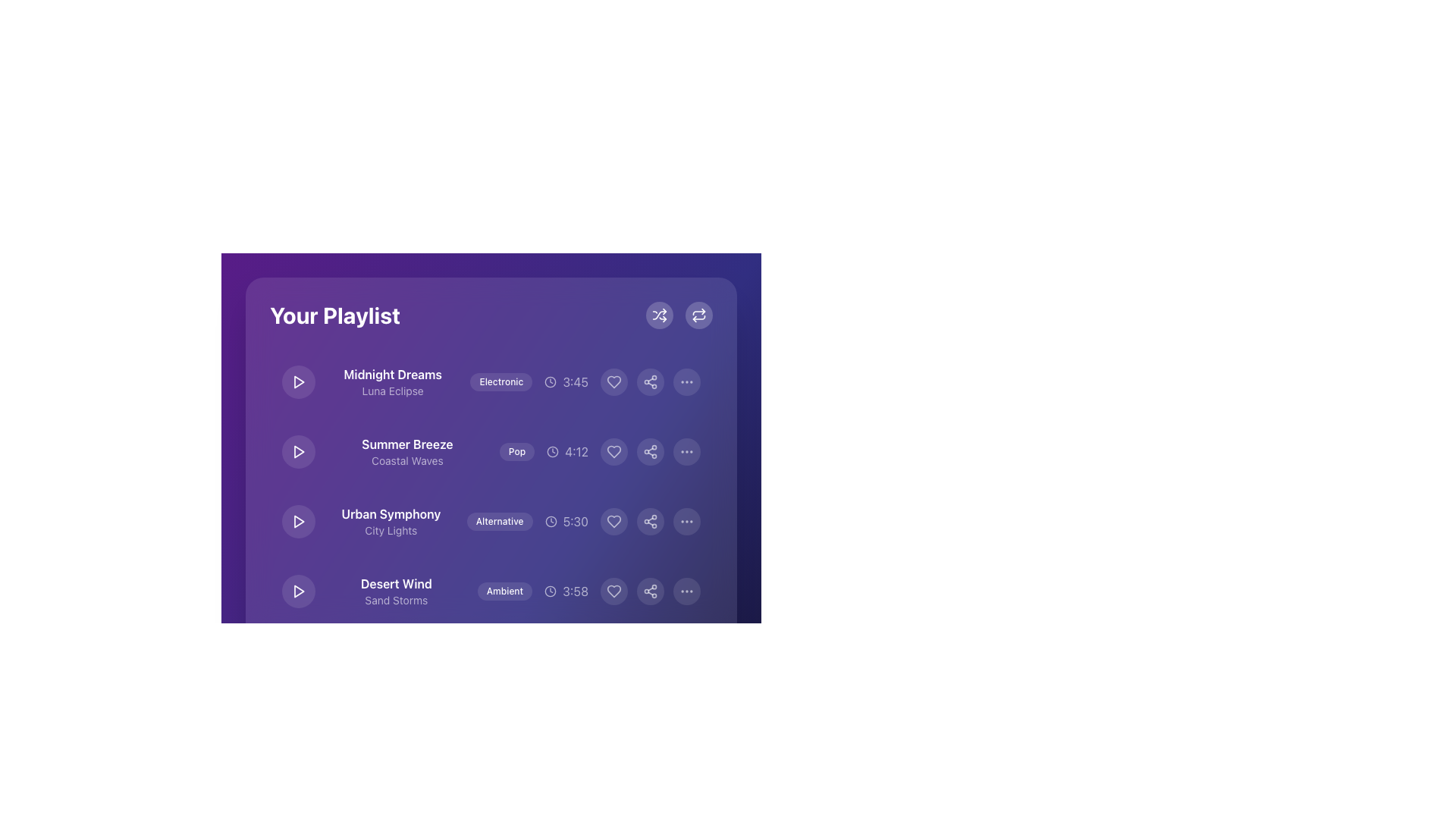 This screenshot has height=819, width=1456. What do you see at coordinates (396, 590) in the screenshot?
I see `the text display element that shows the title and subtitle of a track in the fourth row of the playlist, aligned with the play button icon and genre information` at bounding box center [396, 590].